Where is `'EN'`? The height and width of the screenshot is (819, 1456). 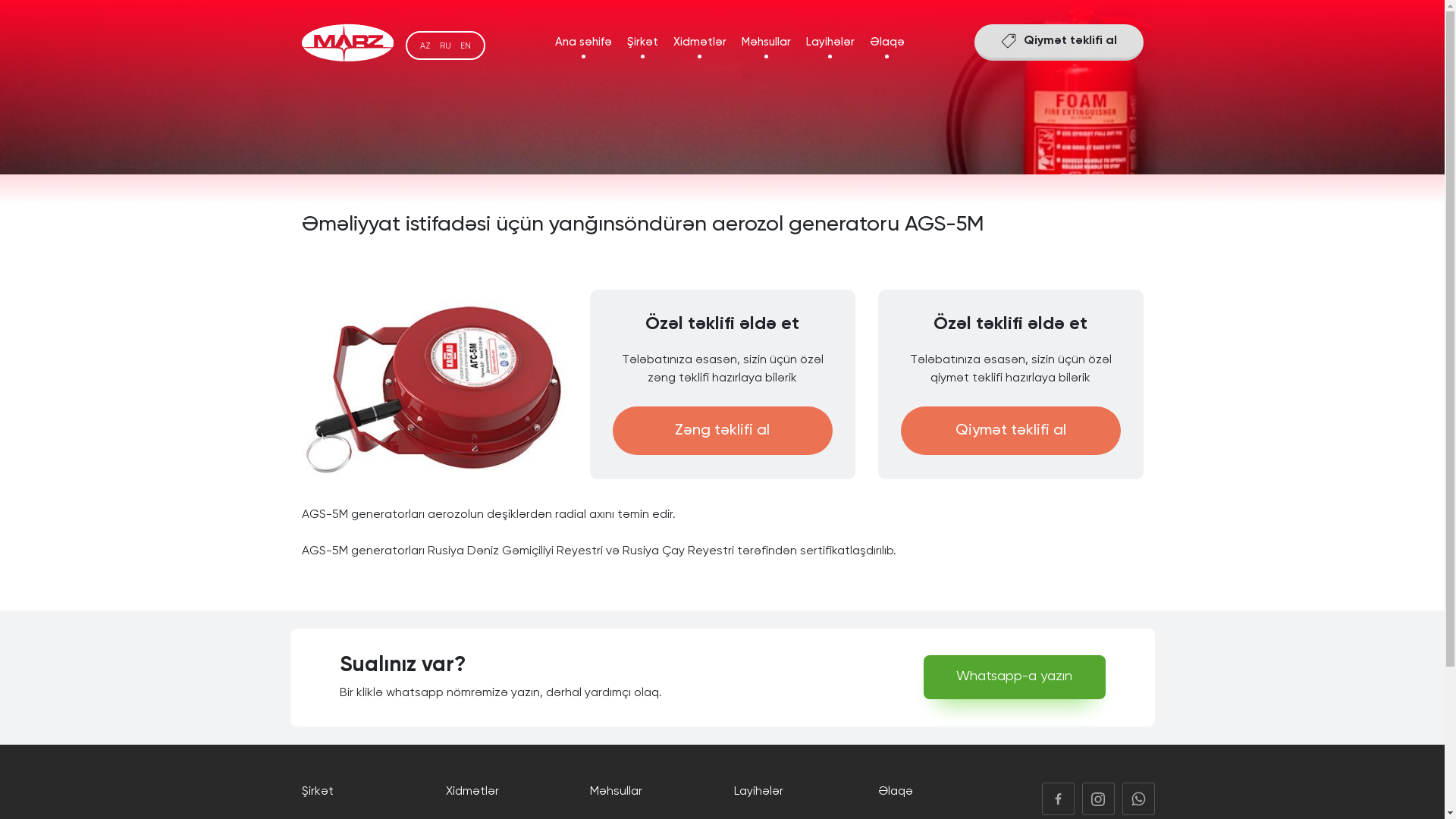
'EN' is located at coordinates (458, 45).